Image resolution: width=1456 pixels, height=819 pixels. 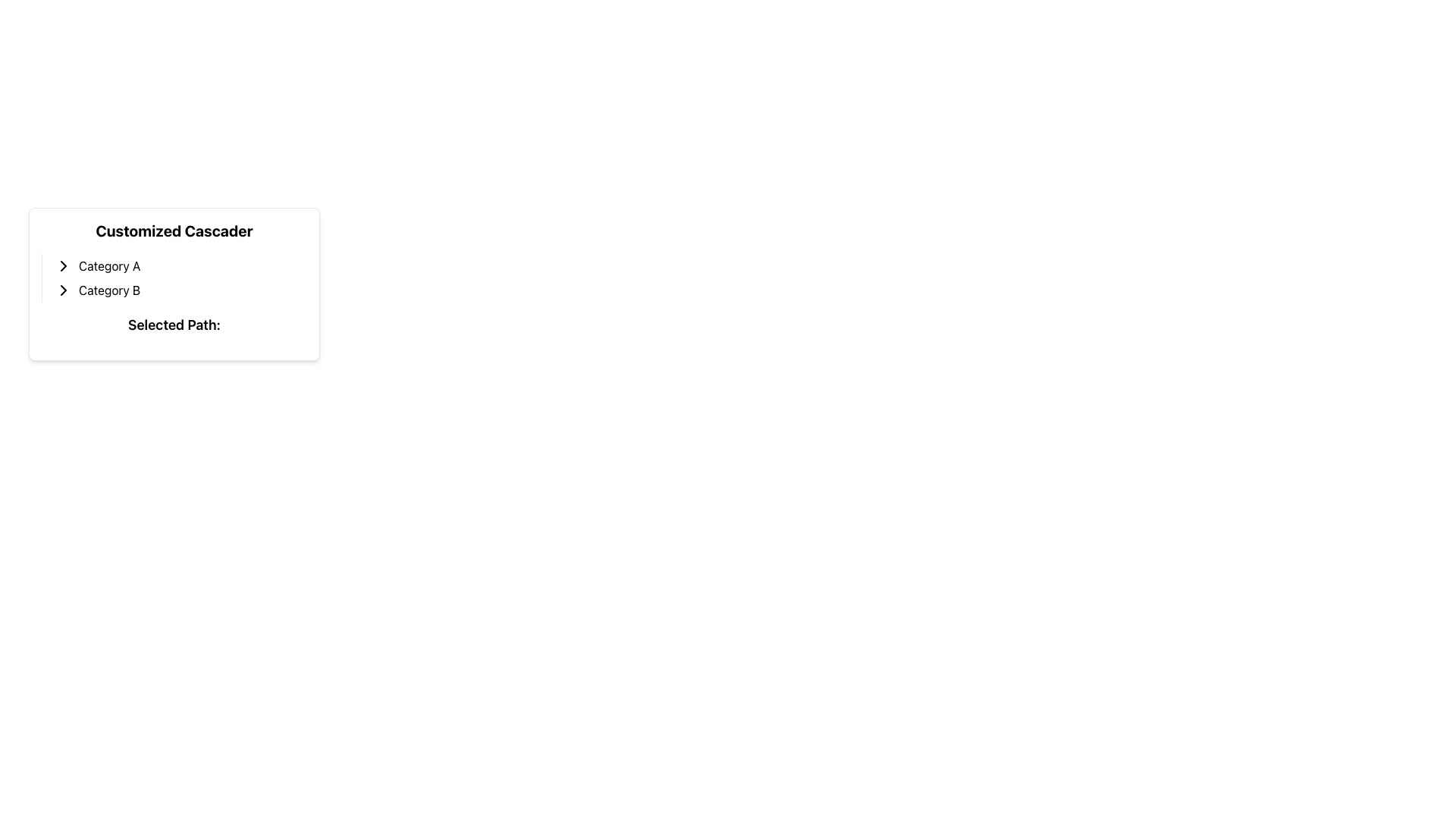 What do you see at coordinates (174, 284) in the screenshot?
I see `the 'Category A' or 'Category B' within the 'Customized Cascader' card` at bounding box center [174, 284].